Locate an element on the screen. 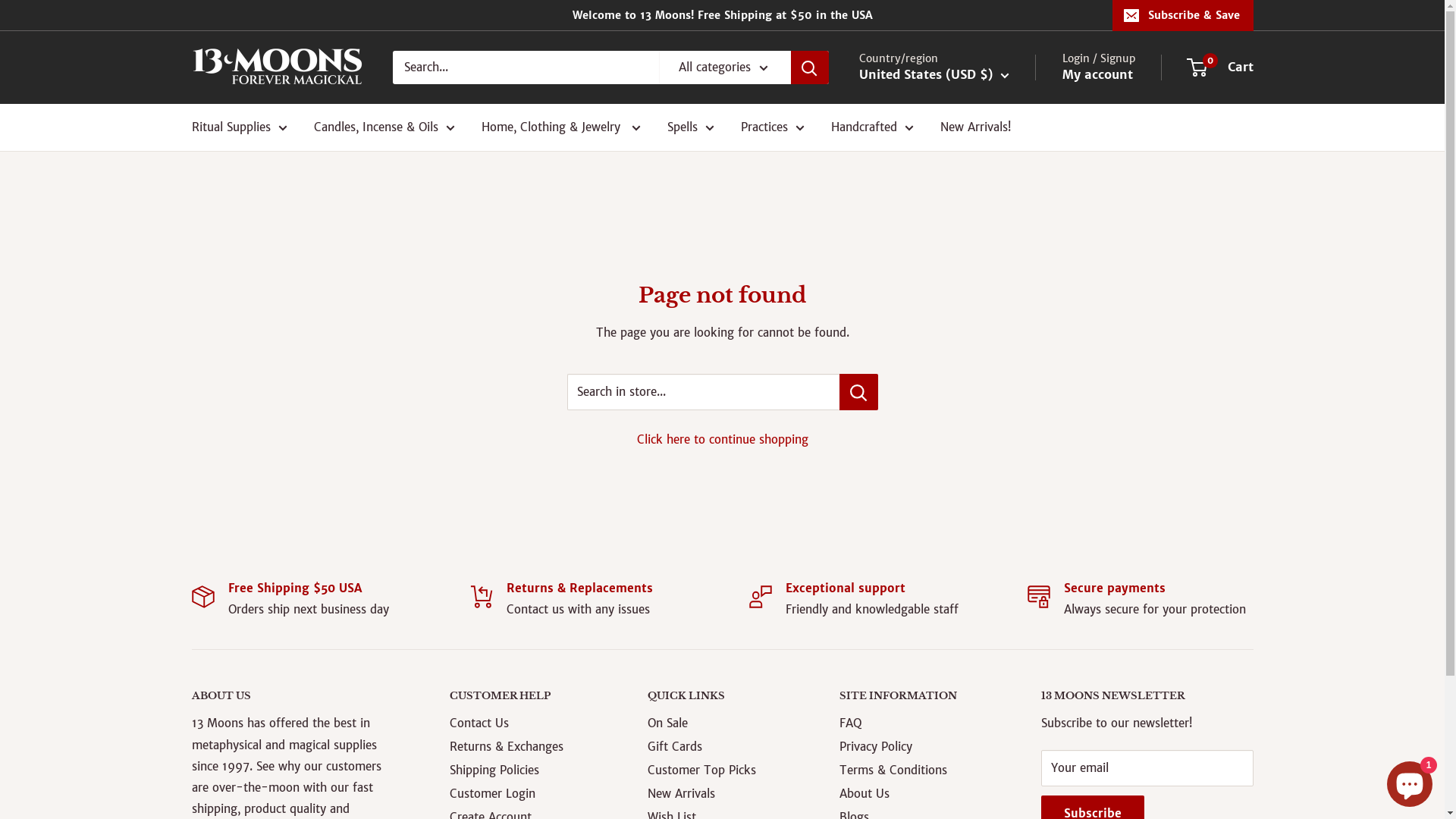 Image resolution: width=1456 pixels, height=819 pixels. '0 is located at coordinates (1219, 66).